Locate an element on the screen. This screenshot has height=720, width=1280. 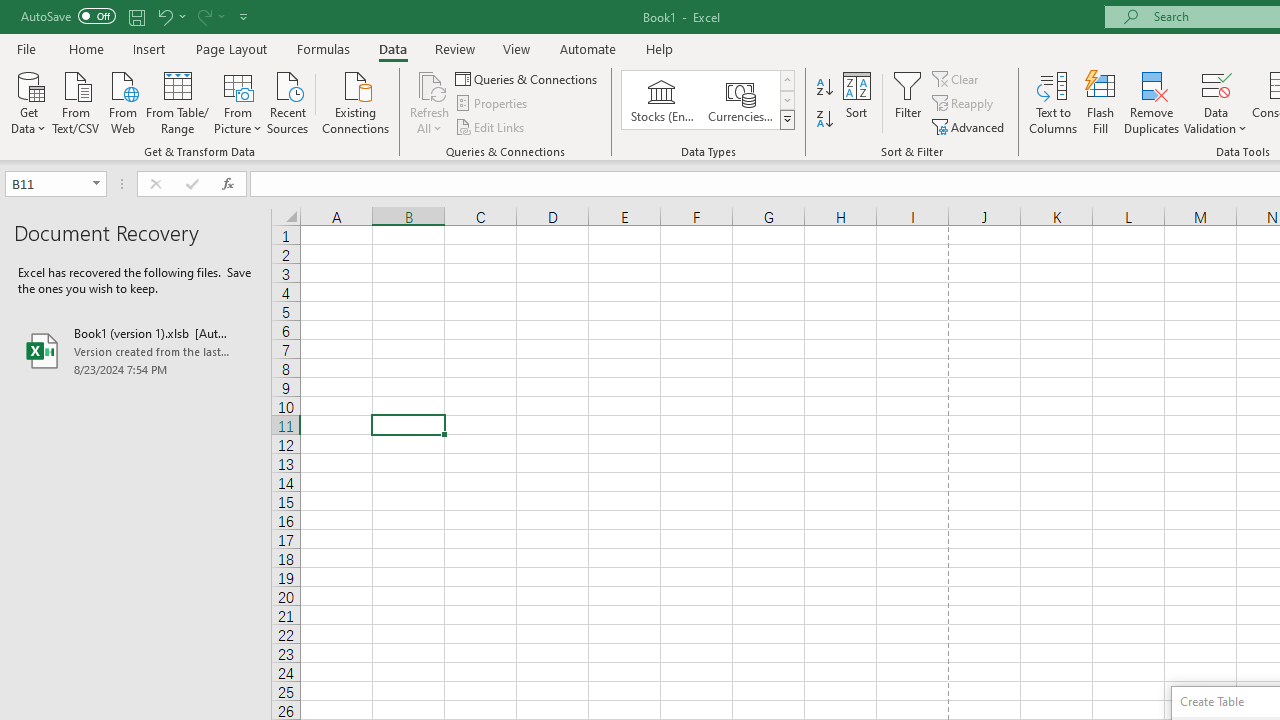
'Filter' is located at coordinates (907, 103).